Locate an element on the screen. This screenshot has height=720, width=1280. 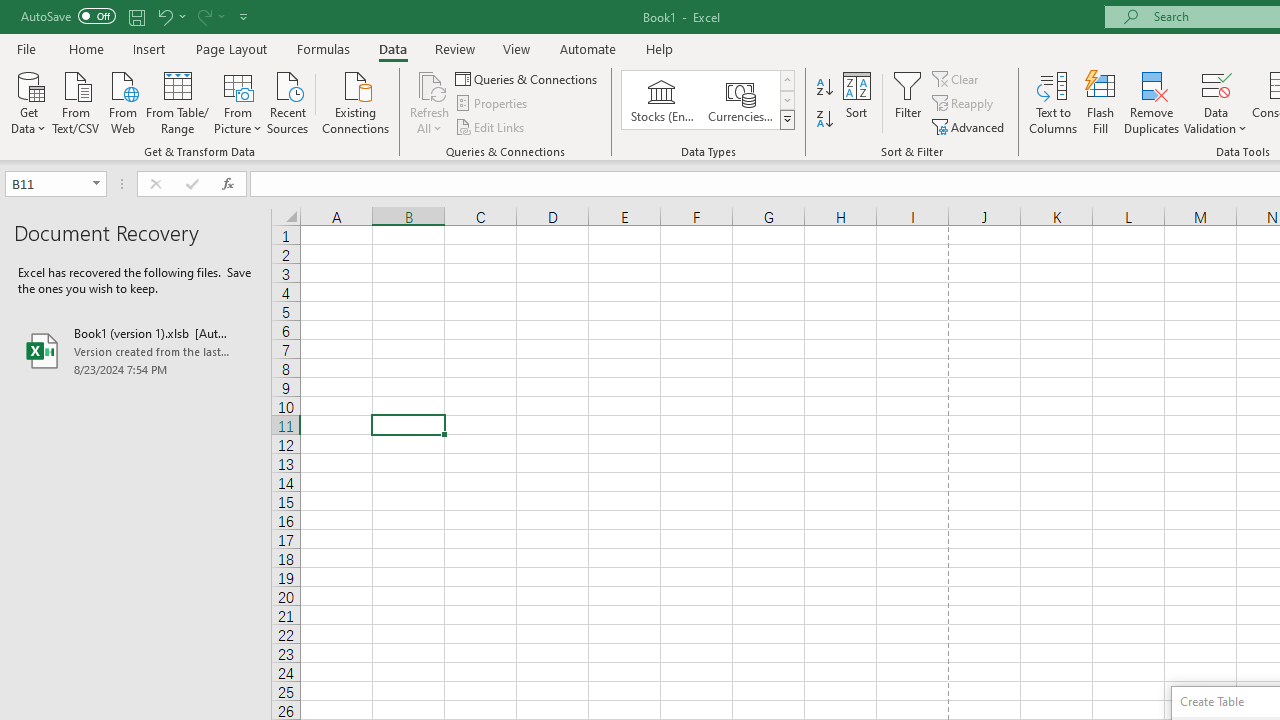
'Filter' is located at coordinates (907, 103).